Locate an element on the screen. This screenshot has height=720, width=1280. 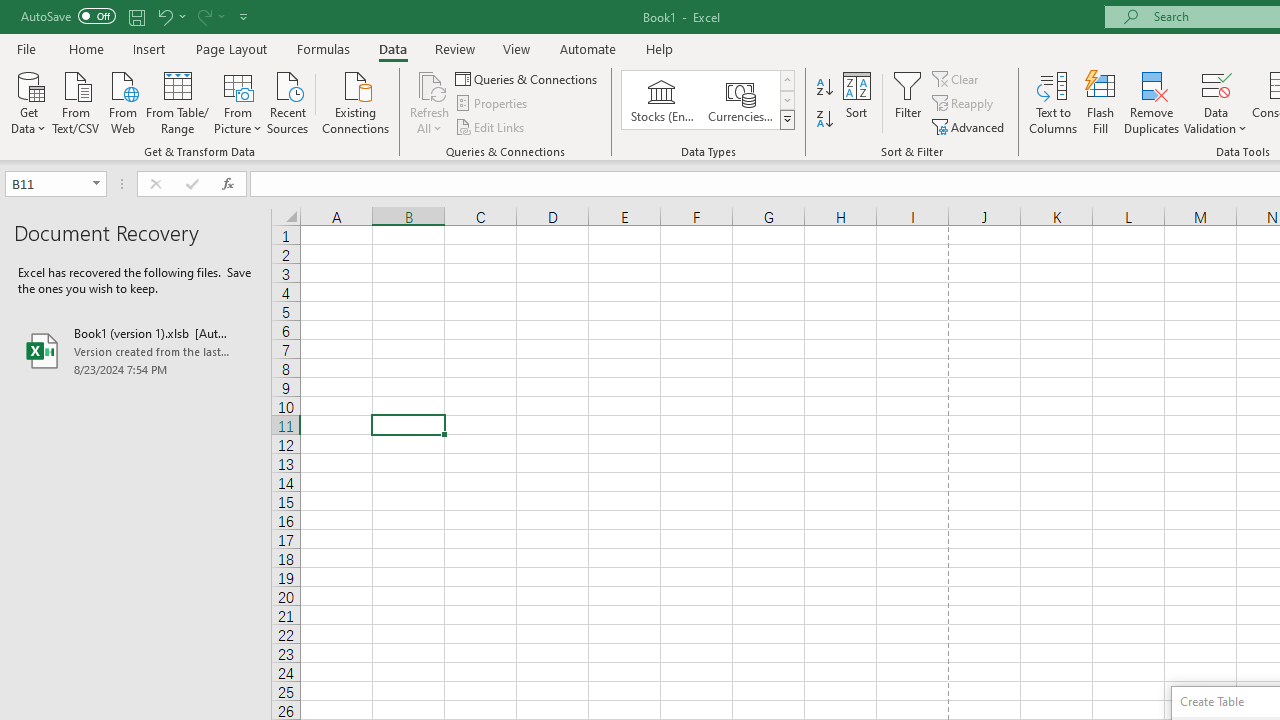
'Filter' is located at coordinates (907, 103).